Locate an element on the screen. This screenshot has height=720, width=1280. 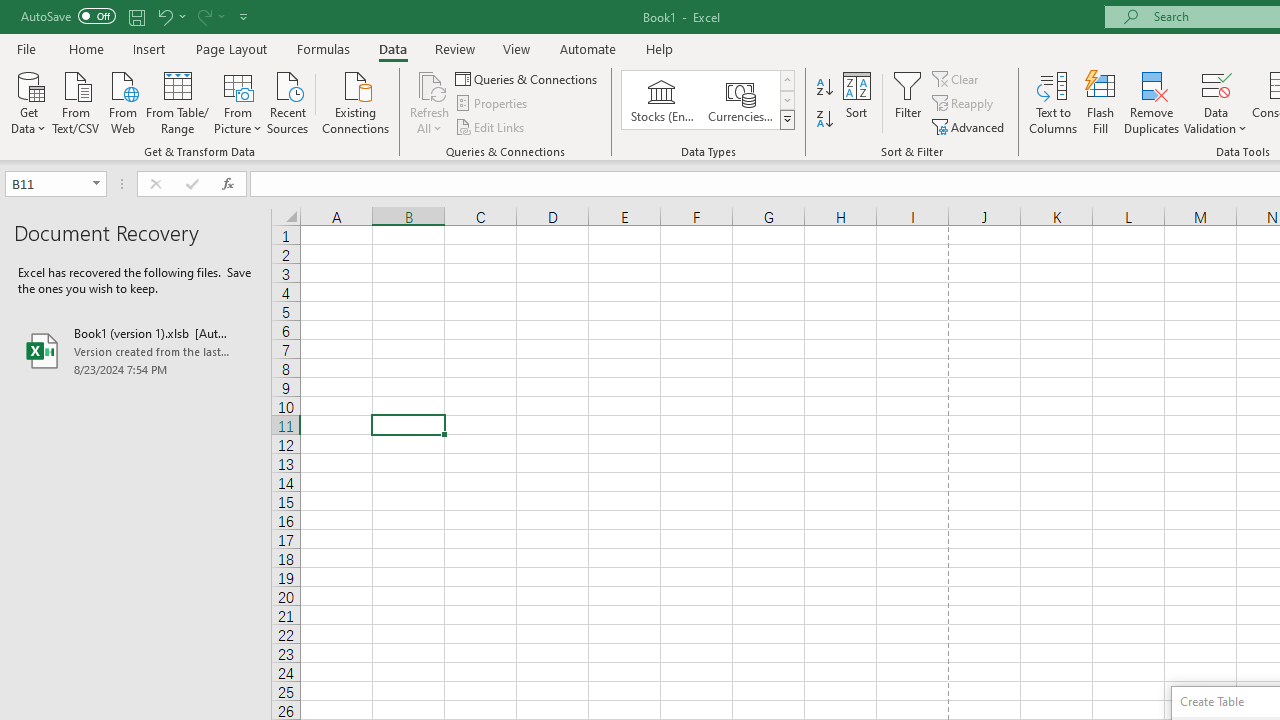
'Filter' is located at coordinates (907, 103).